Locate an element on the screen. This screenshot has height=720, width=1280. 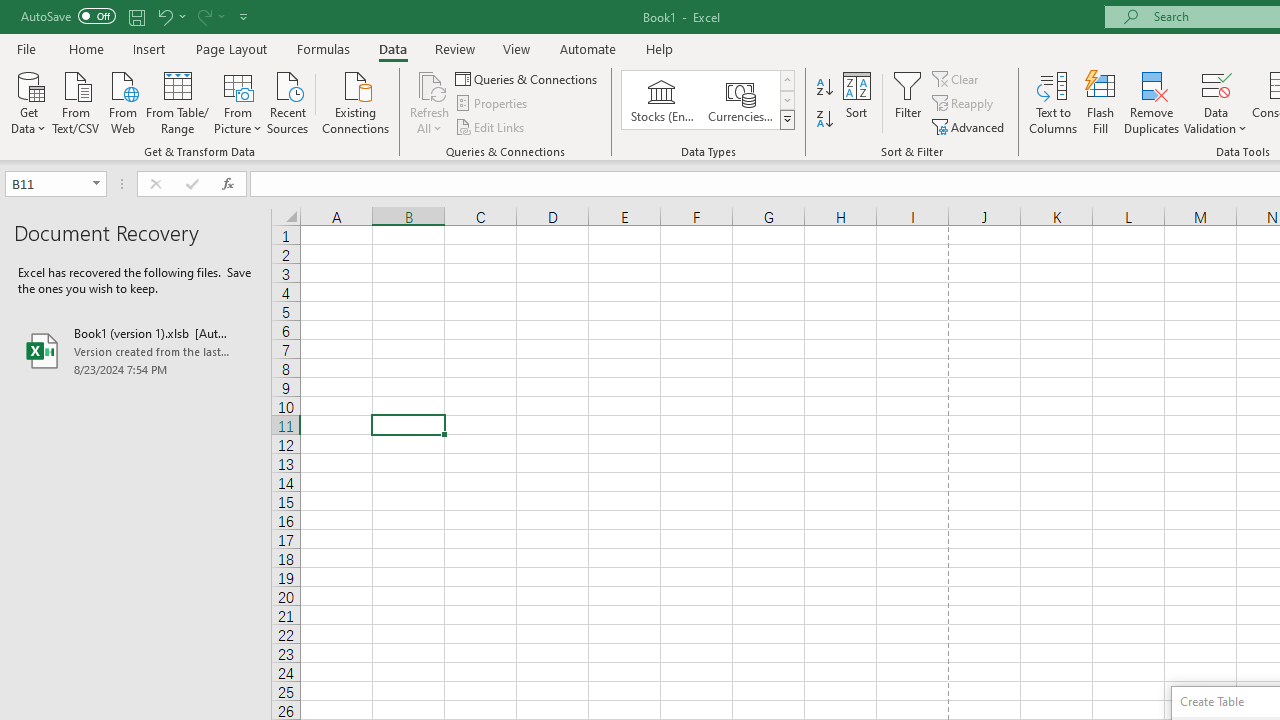
'Filter' is located at coordinates (907, 103).